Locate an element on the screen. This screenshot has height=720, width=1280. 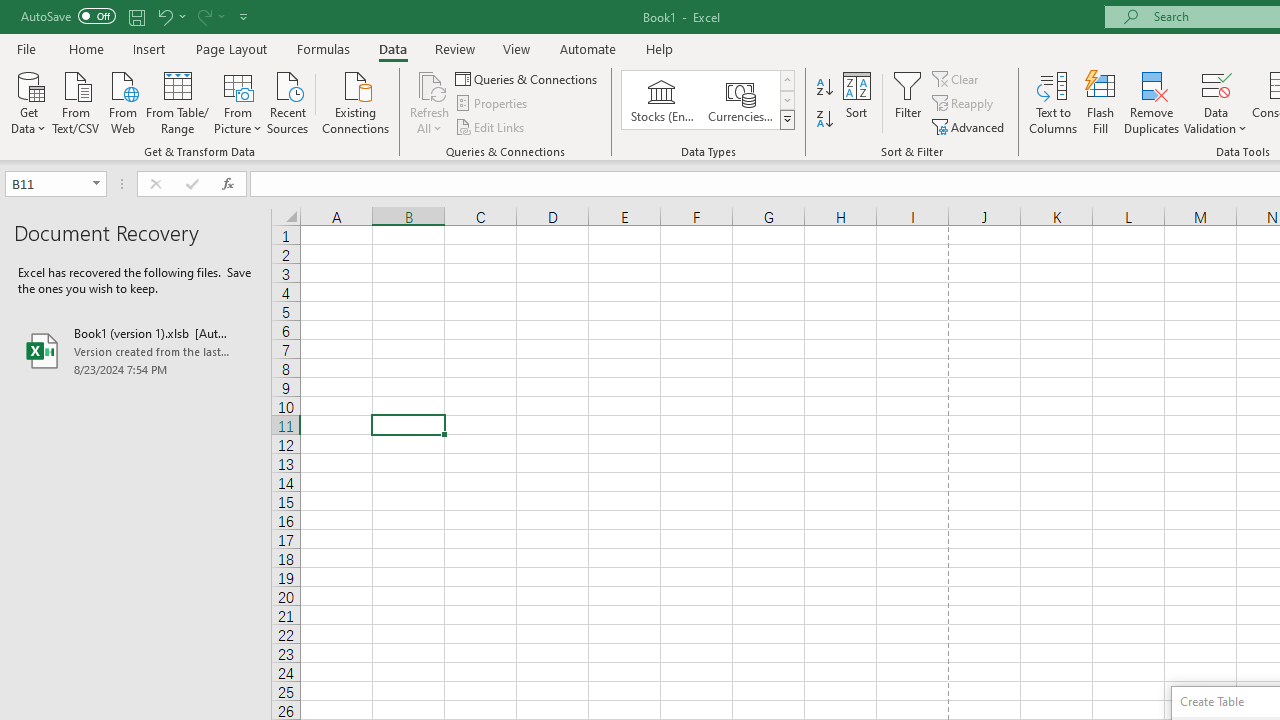
'Filter' is located at coordinates (907, 103).